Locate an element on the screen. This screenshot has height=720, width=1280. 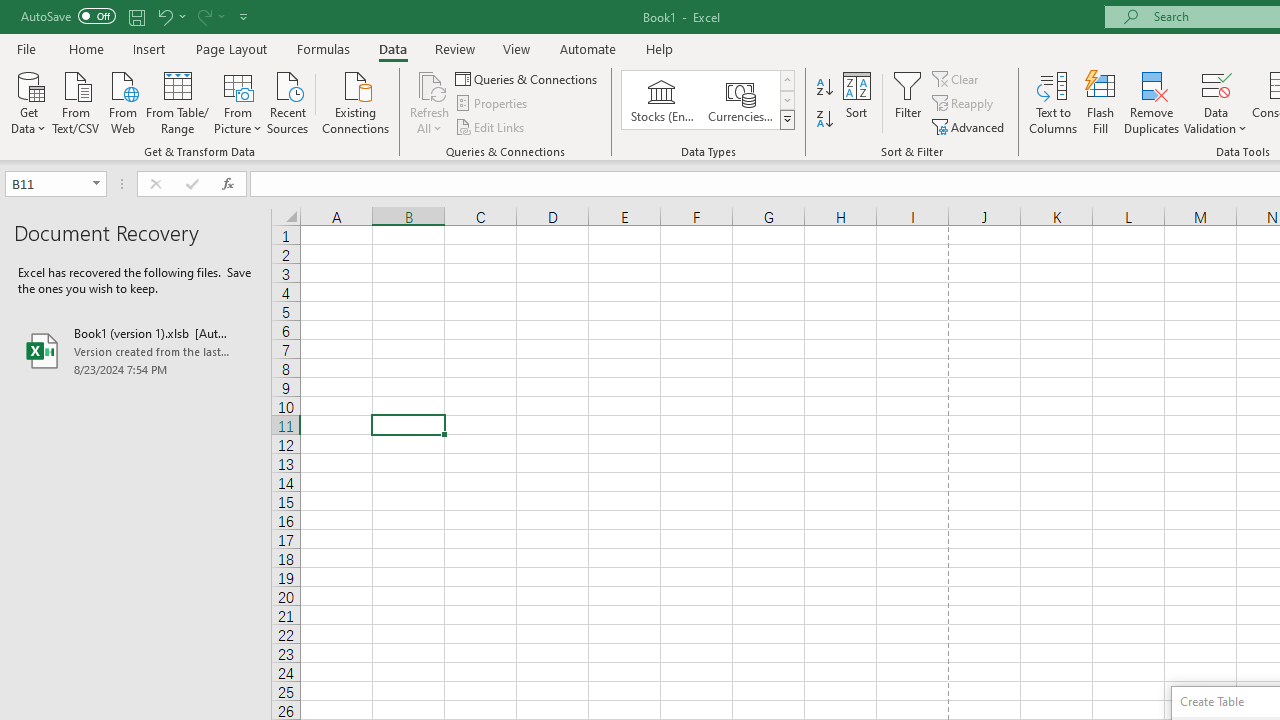
'Filter' is located at coordinates (907, 103).